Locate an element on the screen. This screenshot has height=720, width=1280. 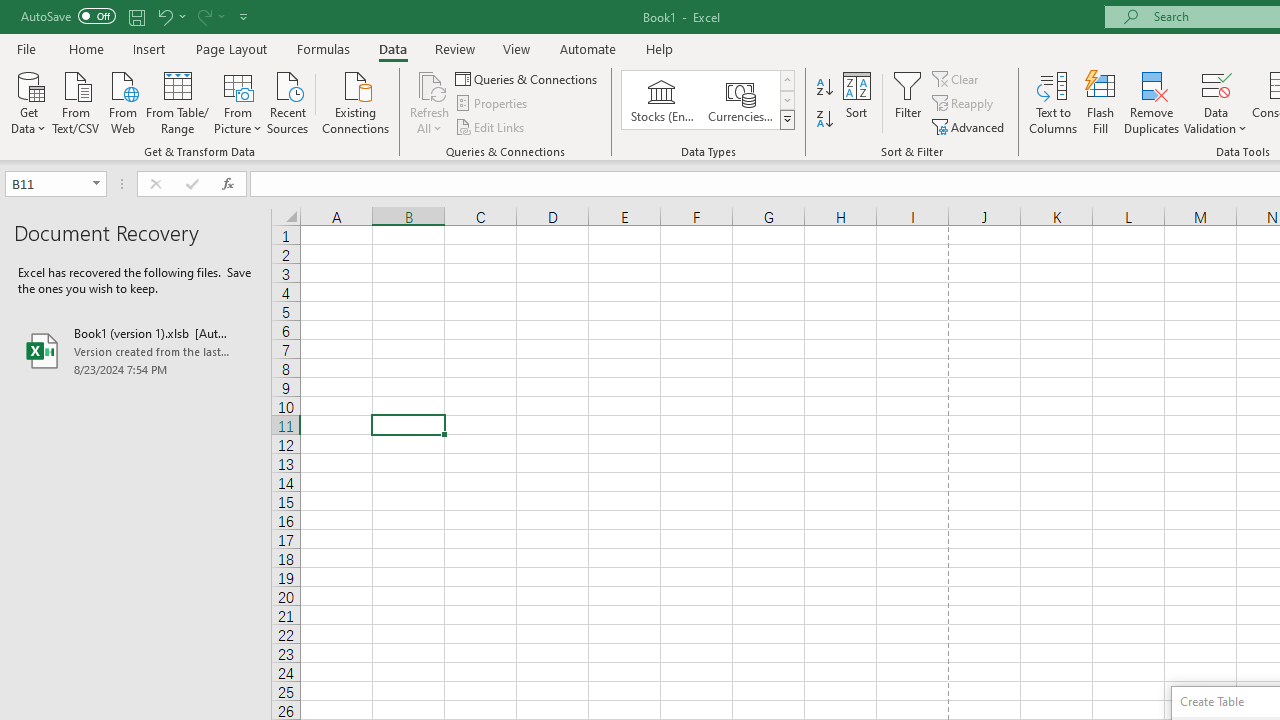
'Filter' is located at coordinates (907, 103).